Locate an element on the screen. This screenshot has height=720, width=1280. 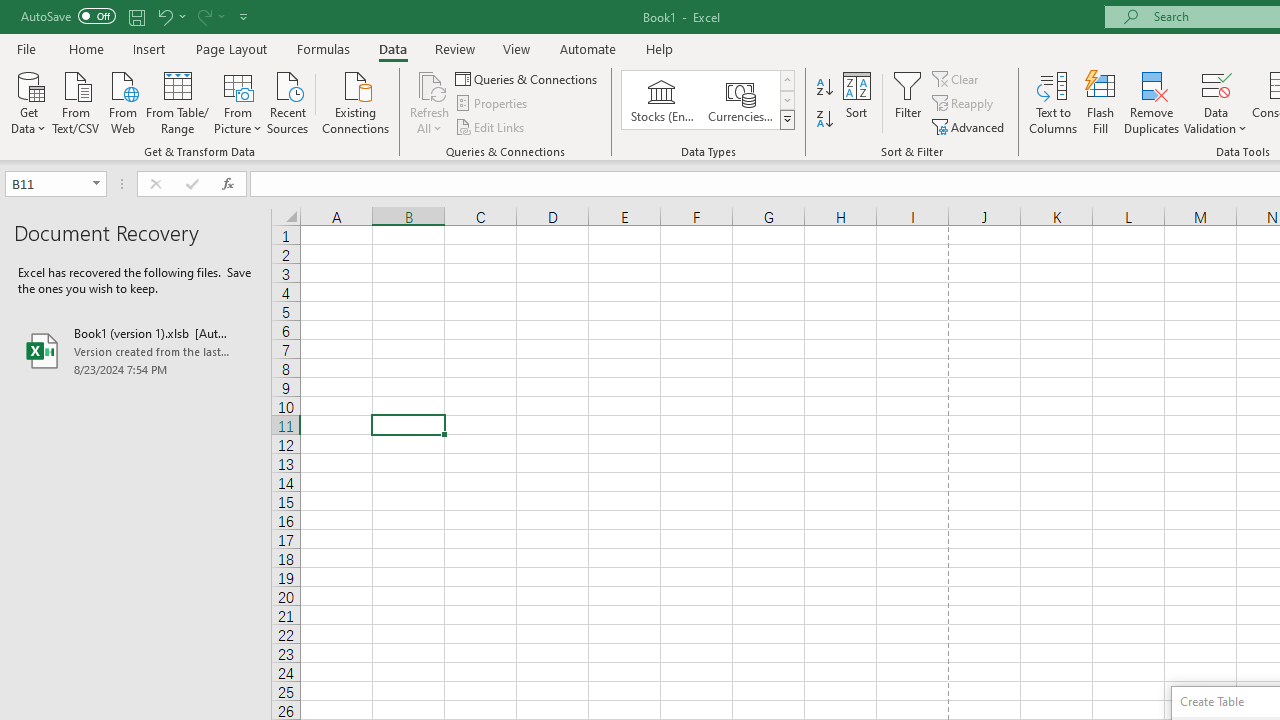
'Filter' is located at coordinates (907, 103).